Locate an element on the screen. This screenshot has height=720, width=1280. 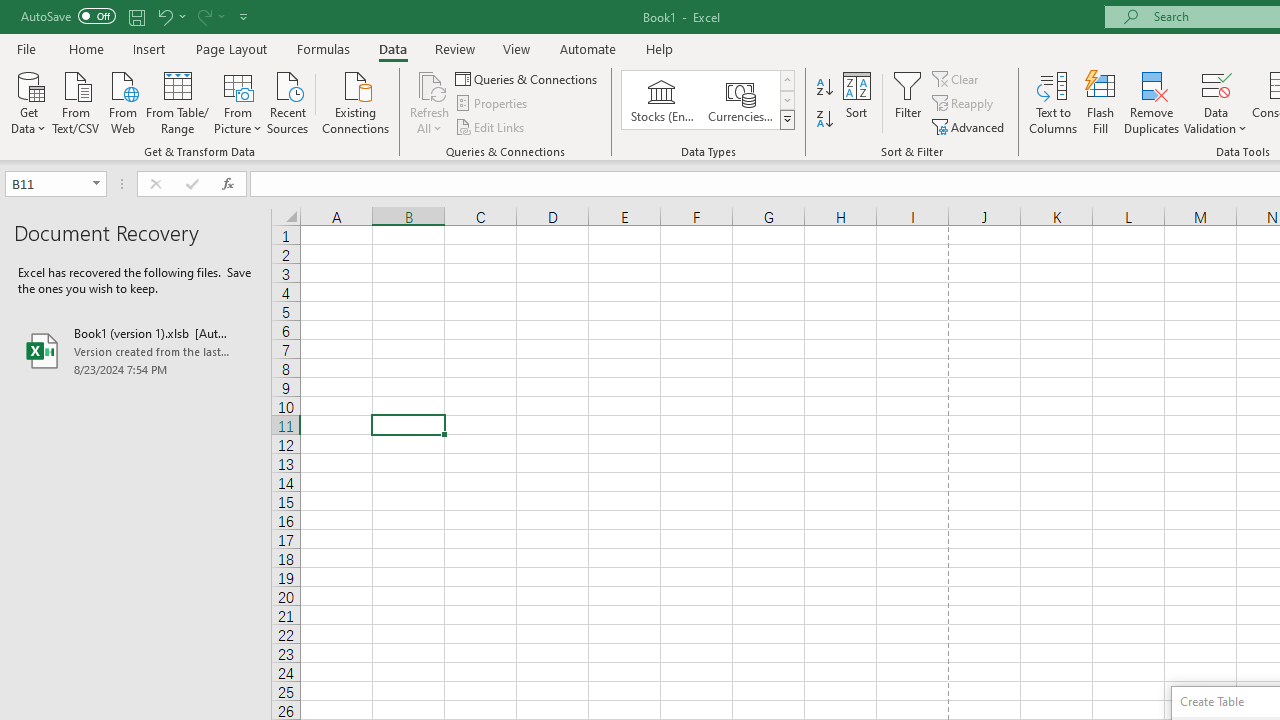
'Filter' is located at coordinates (907, 103).